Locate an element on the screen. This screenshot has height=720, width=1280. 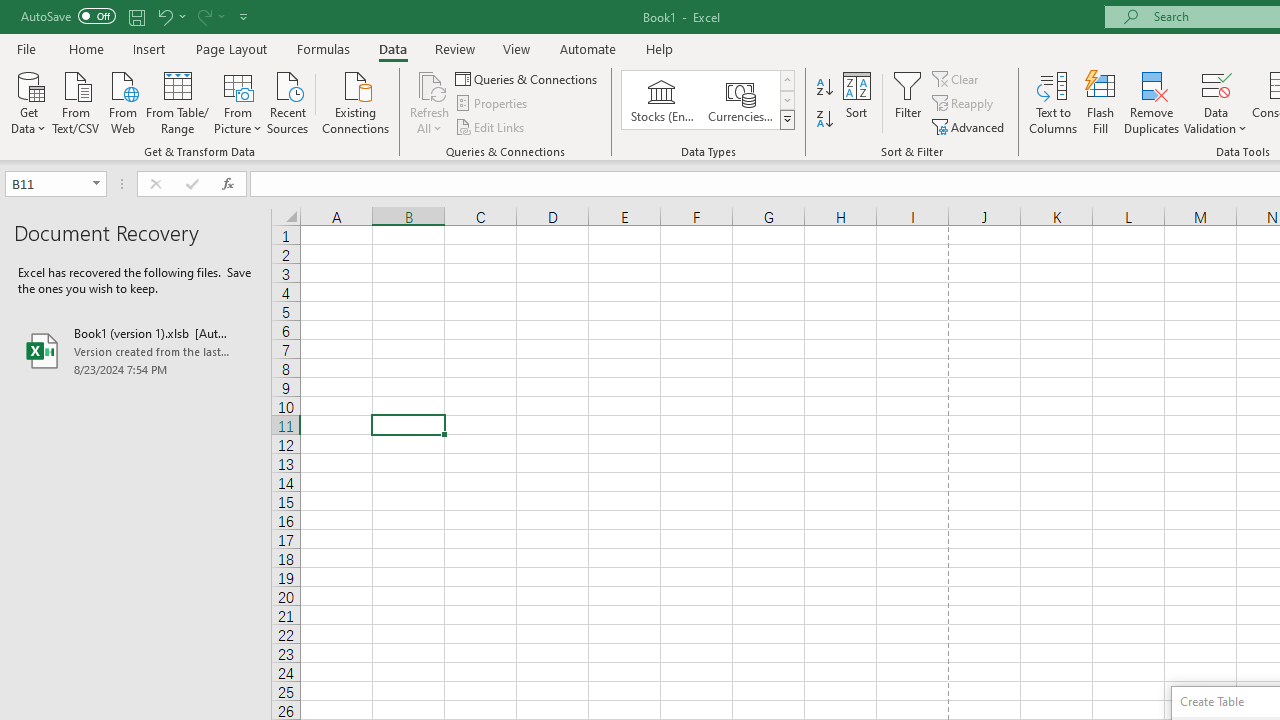
'Filter' is located at coordinates (907, 103).